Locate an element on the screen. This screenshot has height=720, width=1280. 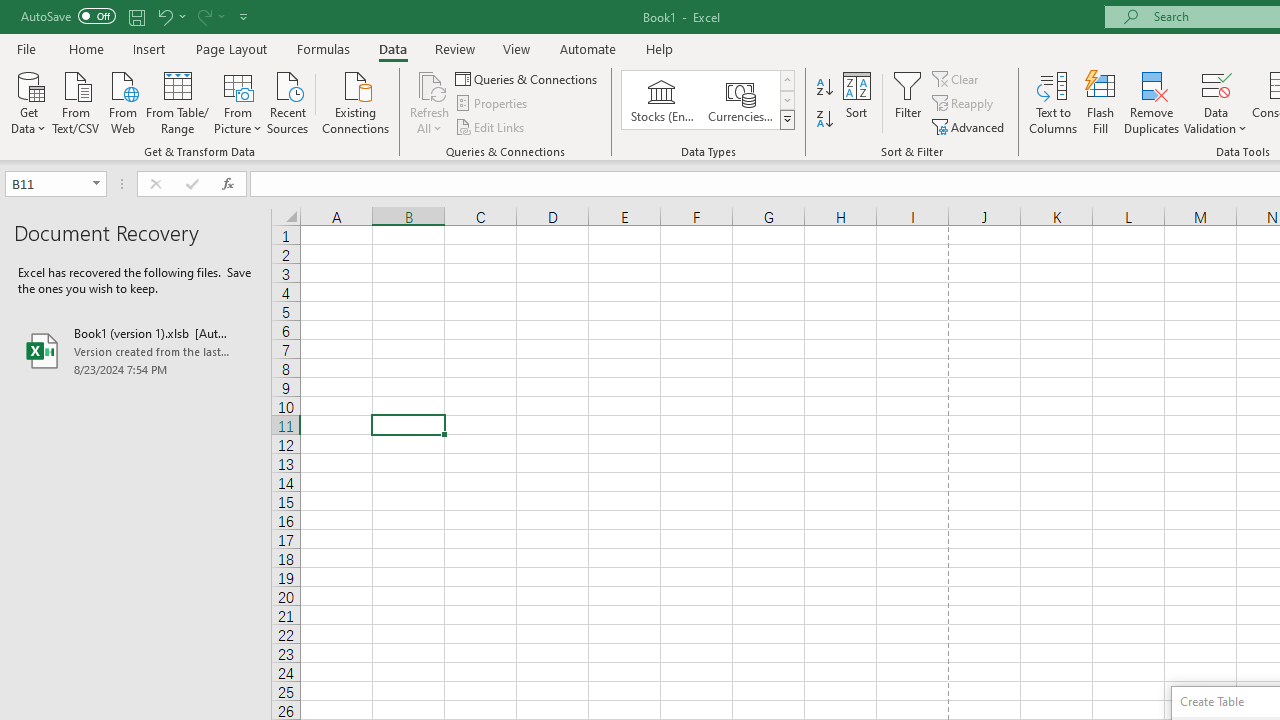
'Filter' is located at coordinates (907, 103).